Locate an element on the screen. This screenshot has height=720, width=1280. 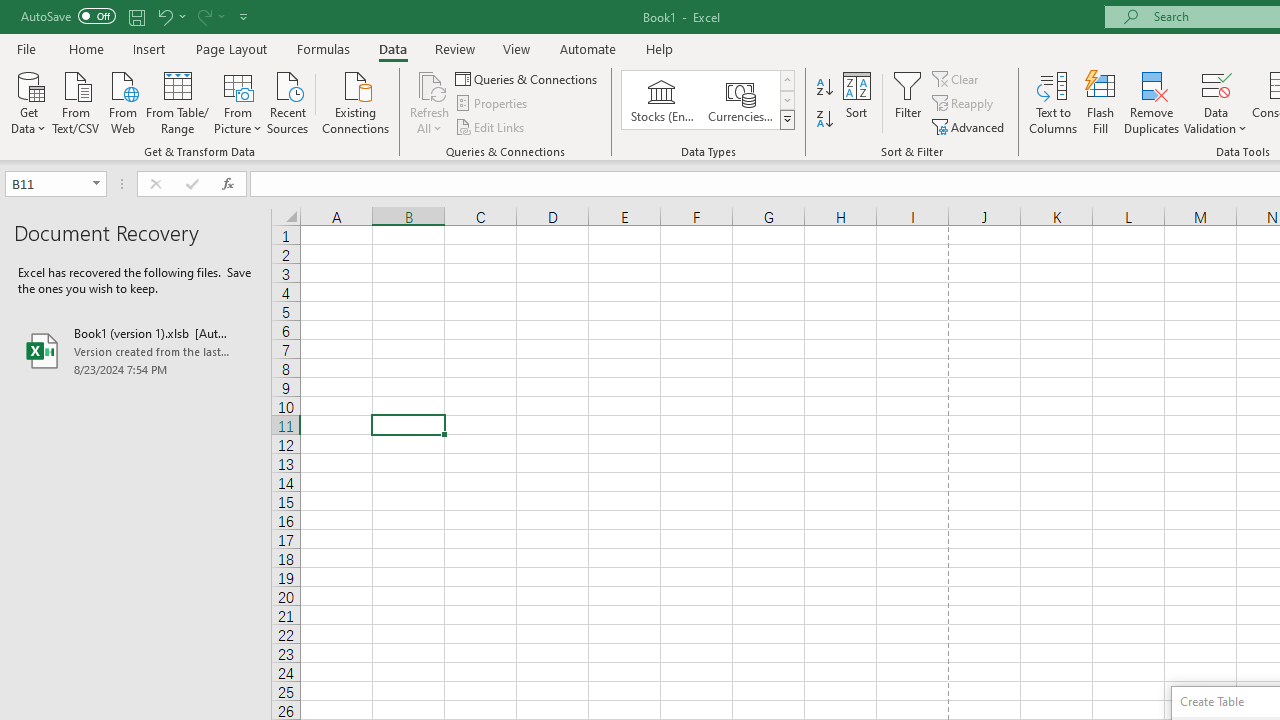
'Filter' is located at coordinates (907, 103).